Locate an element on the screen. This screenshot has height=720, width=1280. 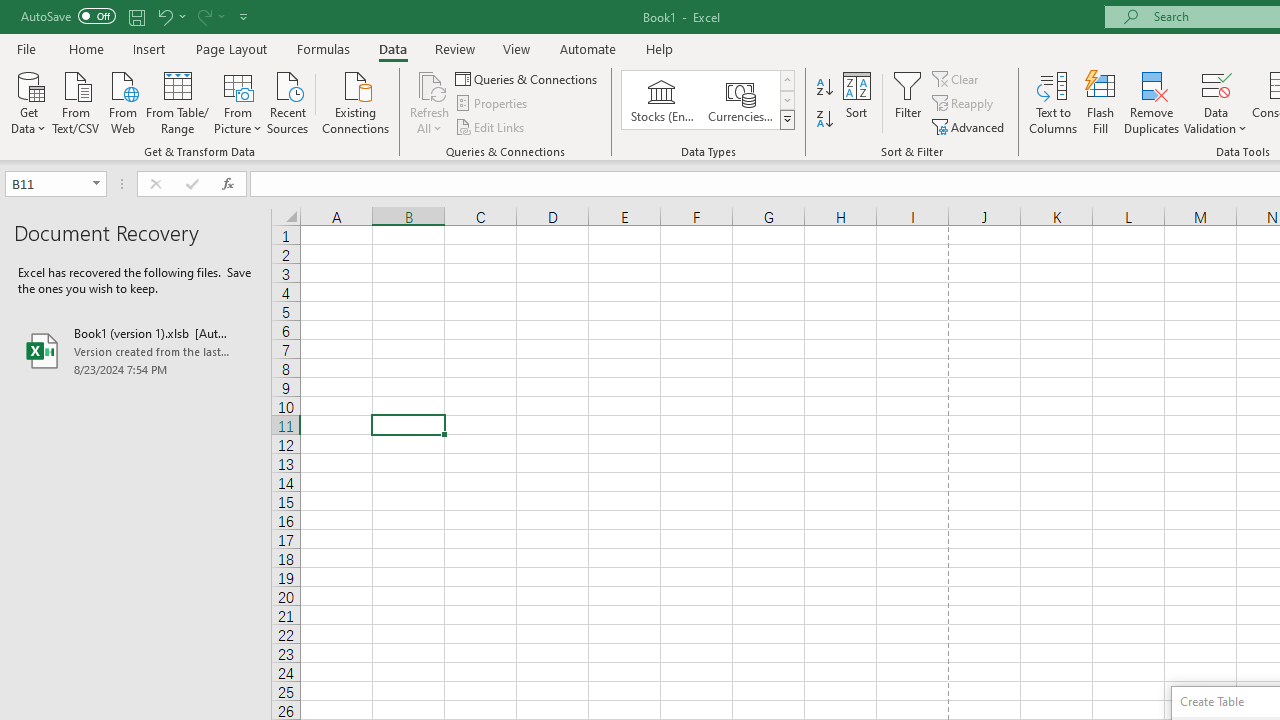
'Filter' is located at coordinates (907, 103).